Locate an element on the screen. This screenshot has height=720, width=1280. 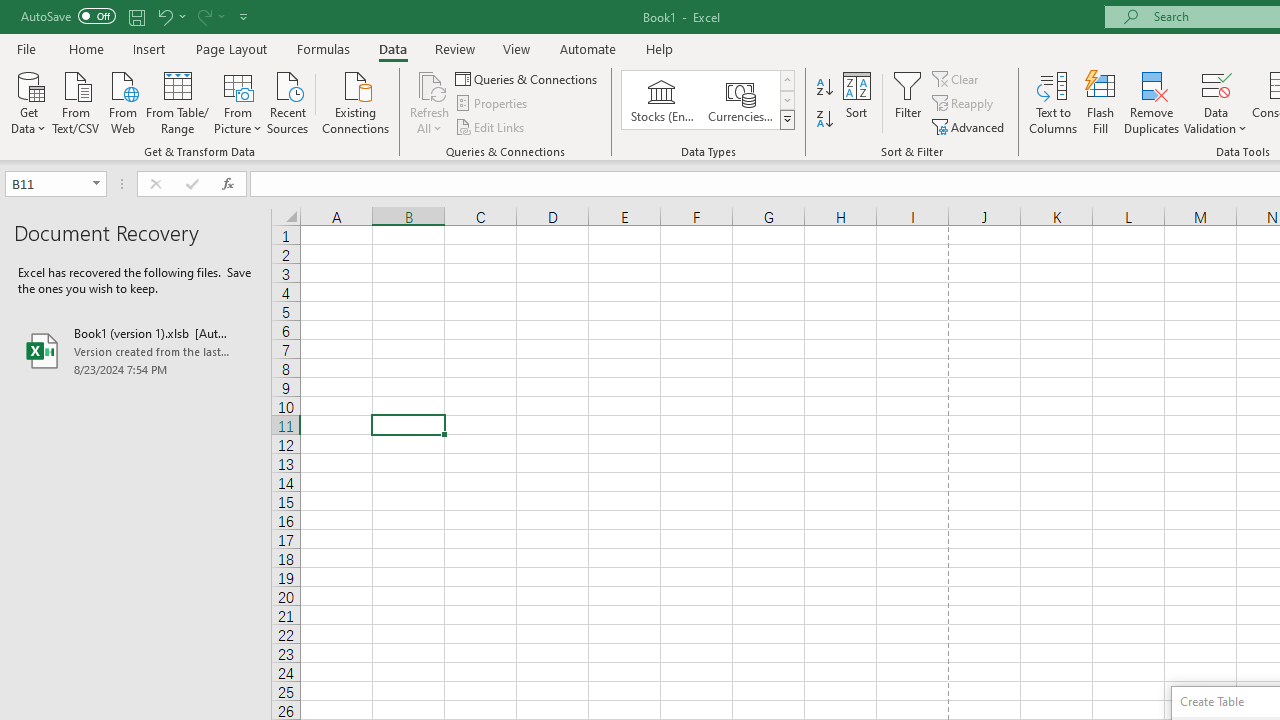
'Filter' is located at coordinates (907, 103).